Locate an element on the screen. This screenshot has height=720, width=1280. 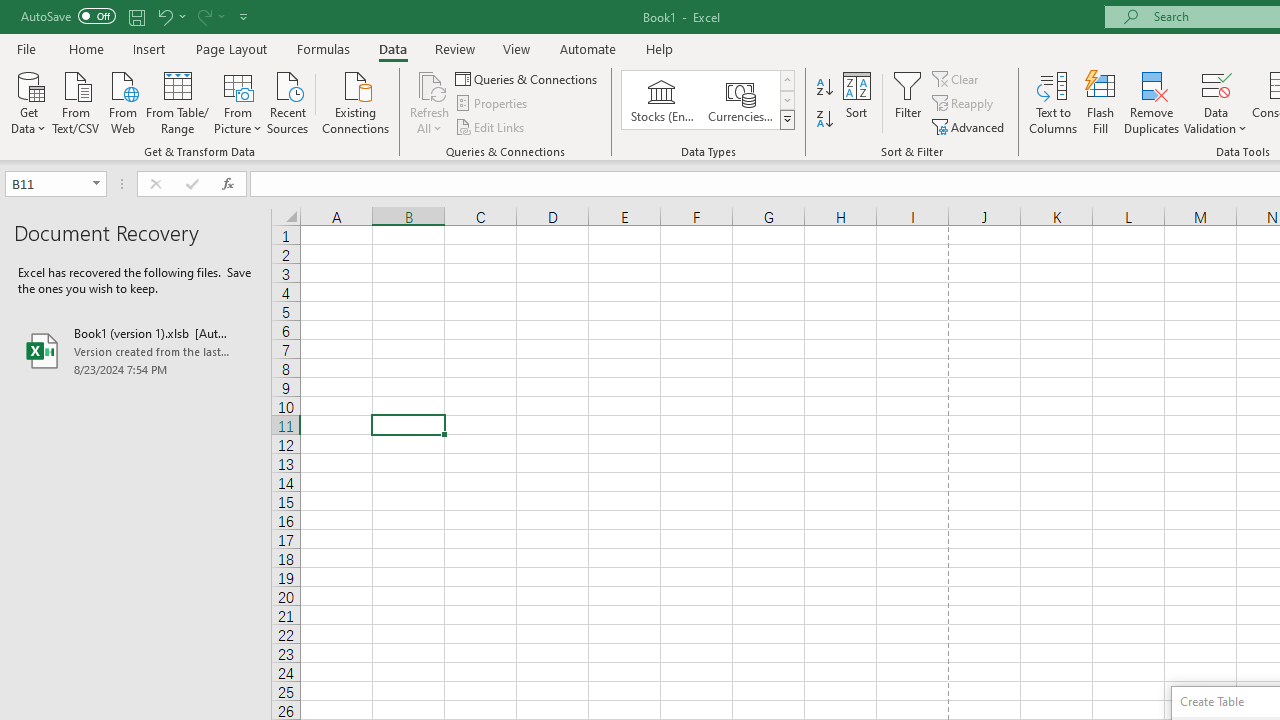
'Filter' is located at coordinates (907, 103).